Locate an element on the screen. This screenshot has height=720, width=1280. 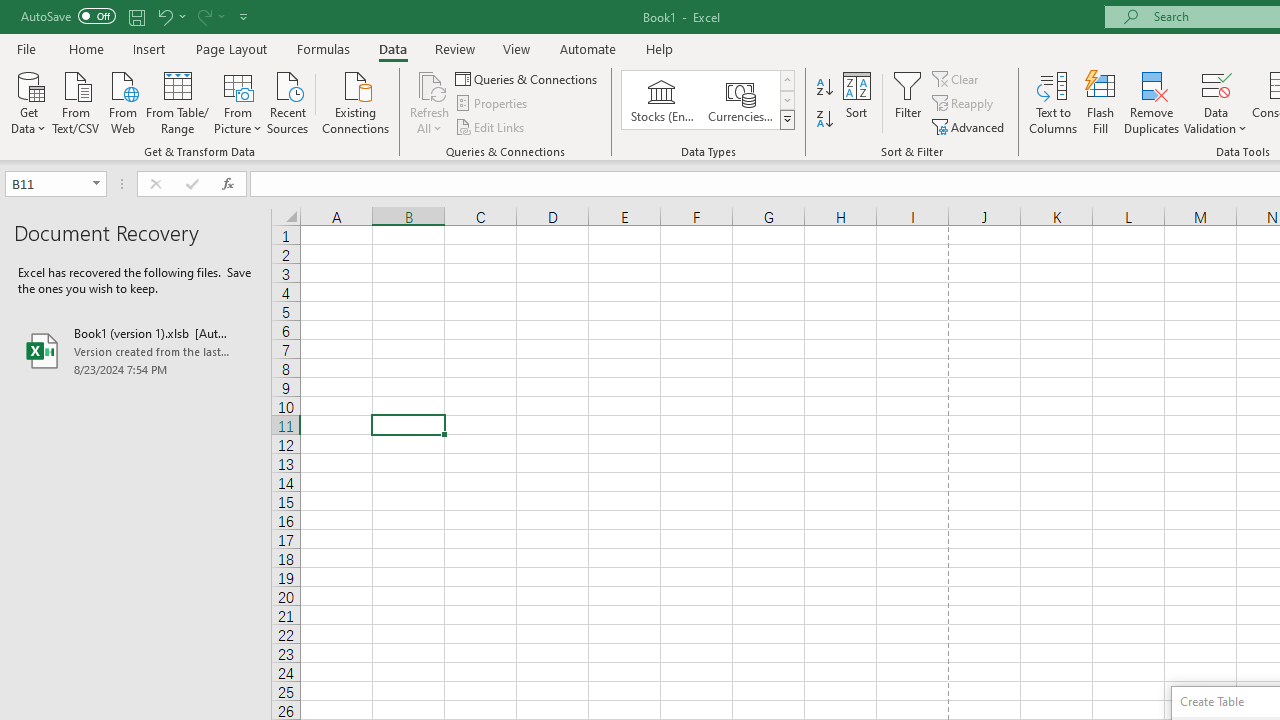
'Filter' is located at coordinates (907, 103).